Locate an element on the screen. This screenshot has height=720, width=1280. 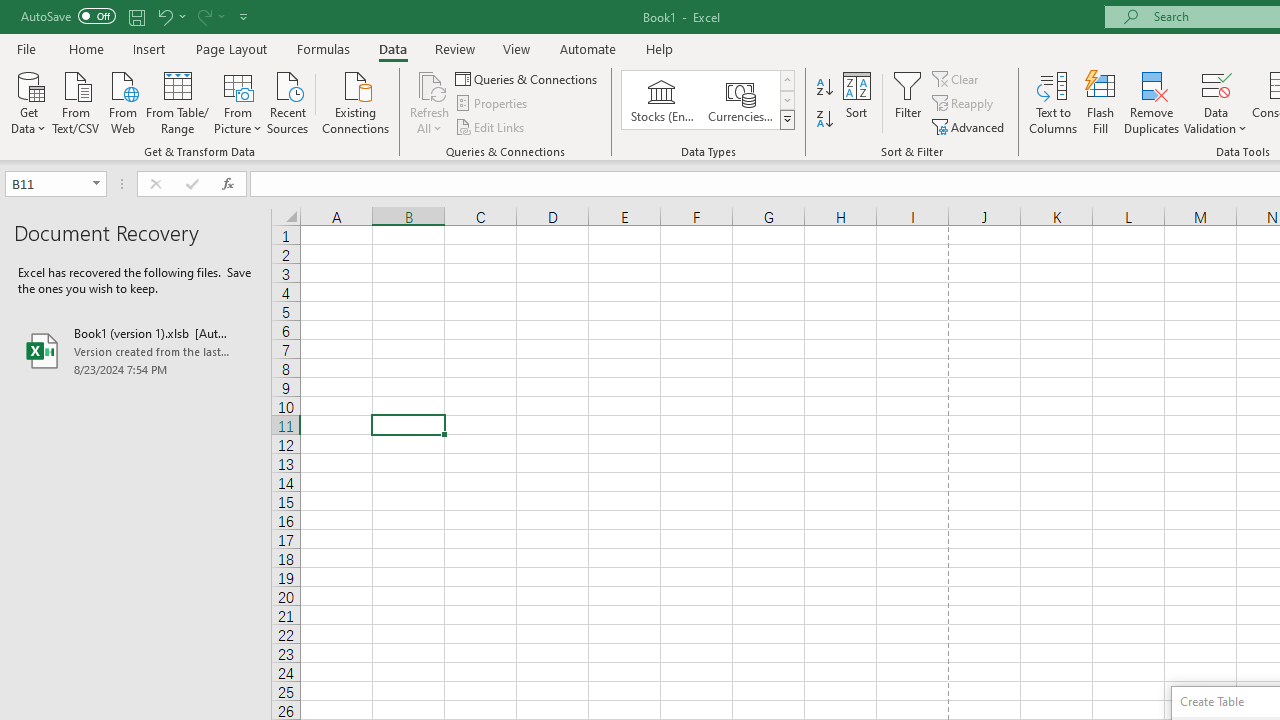
'Filter' is located at coordinates (907, 103).